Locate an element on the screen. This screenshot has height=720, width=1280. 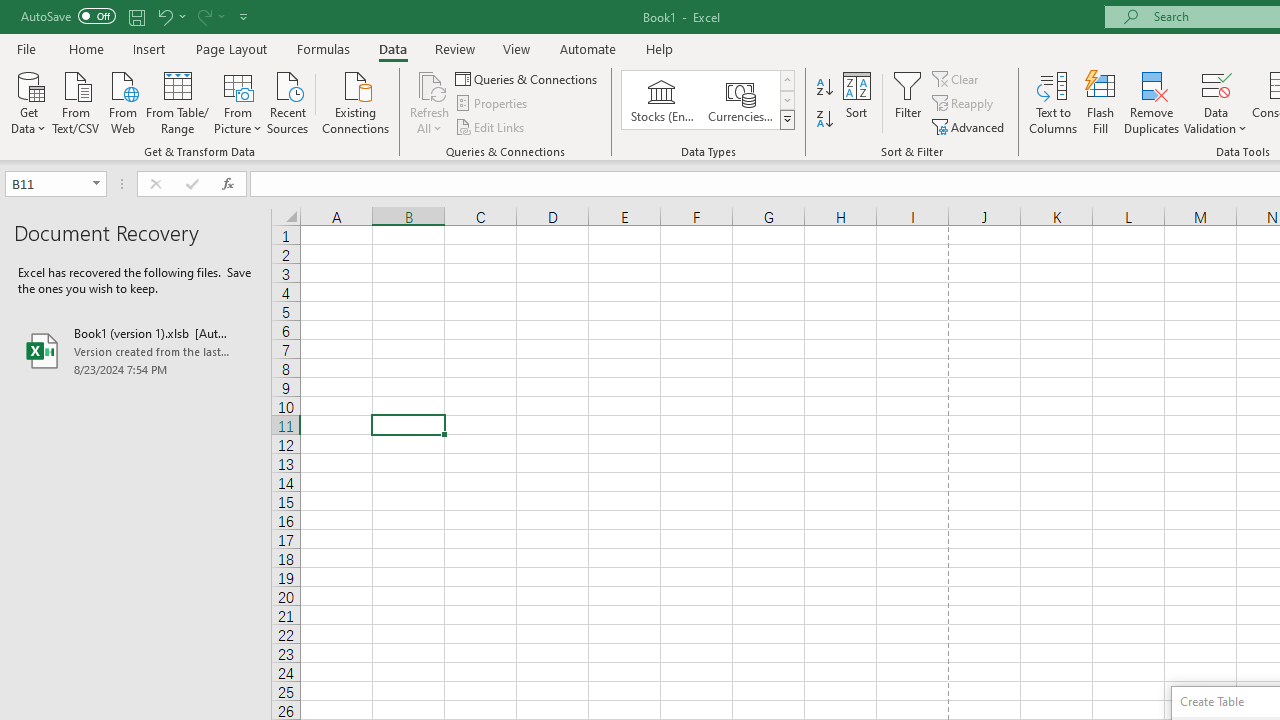
'Filter' is located at coordinates (907, 103).